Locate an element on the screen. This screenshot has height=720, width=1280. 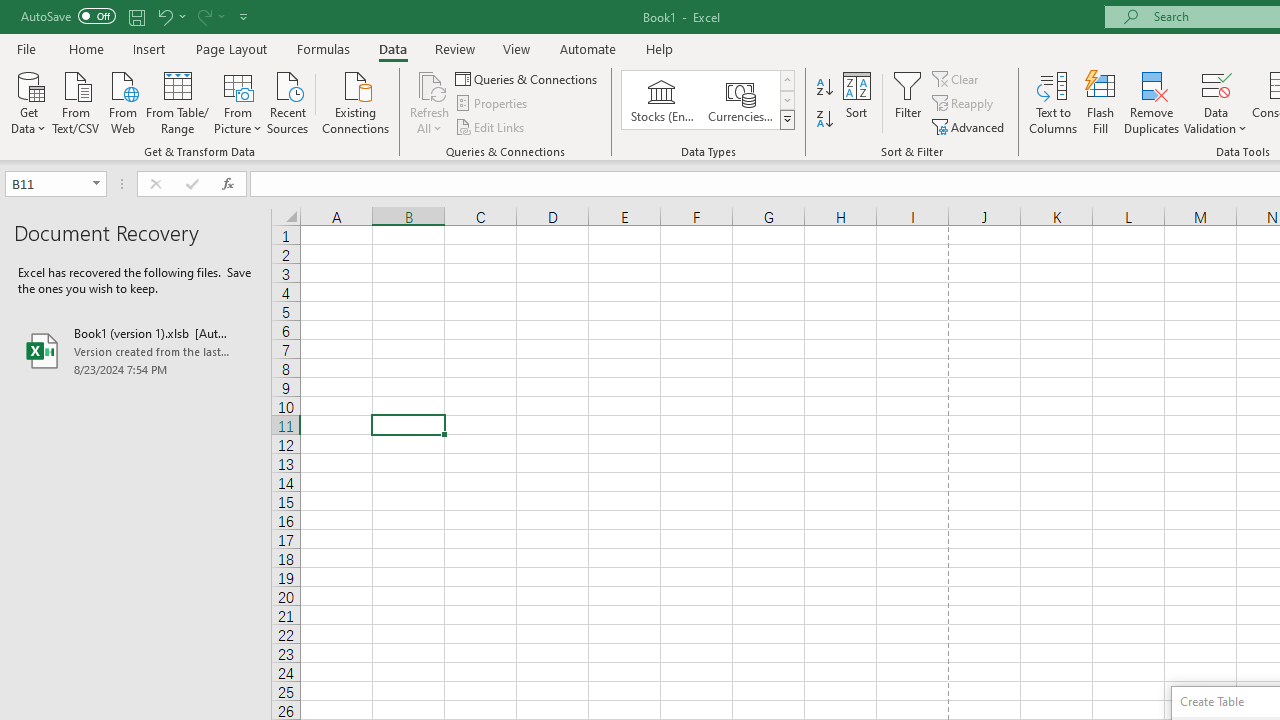
'Filter' is located at coordinates (907, 103).